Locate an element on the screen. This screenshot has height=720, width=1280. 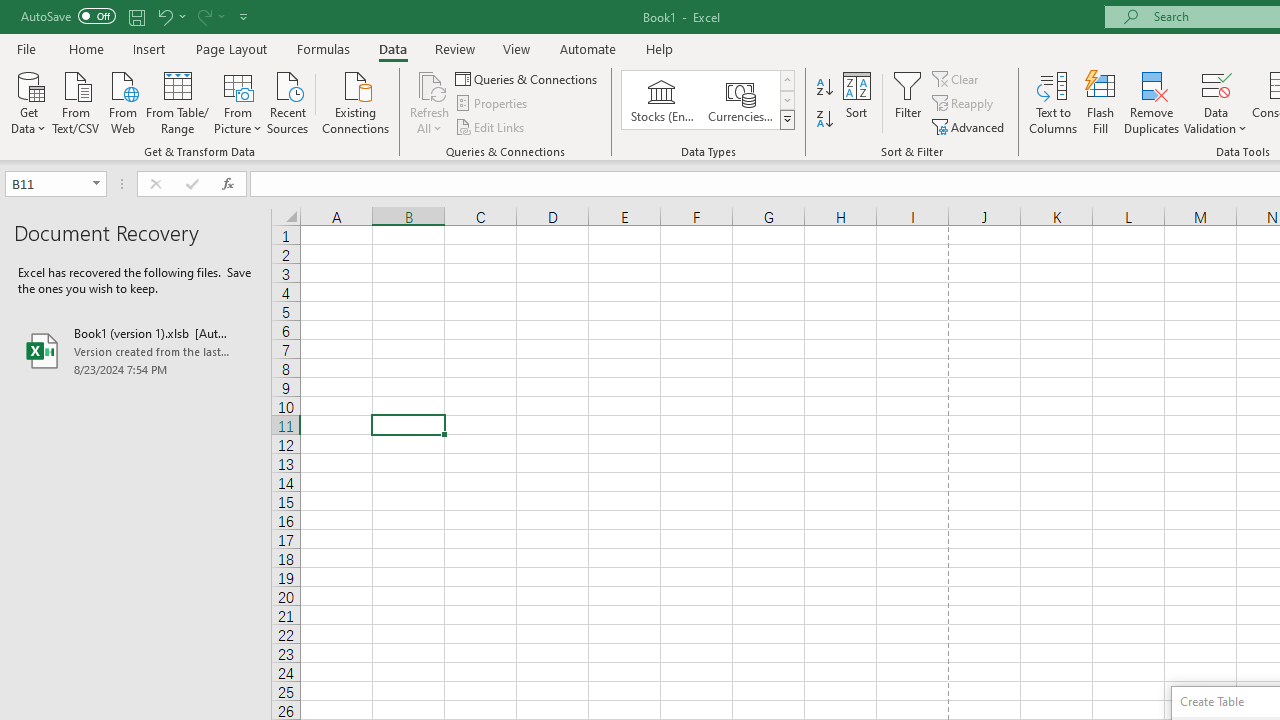
'Filter' is located at coordinates (907, 103).